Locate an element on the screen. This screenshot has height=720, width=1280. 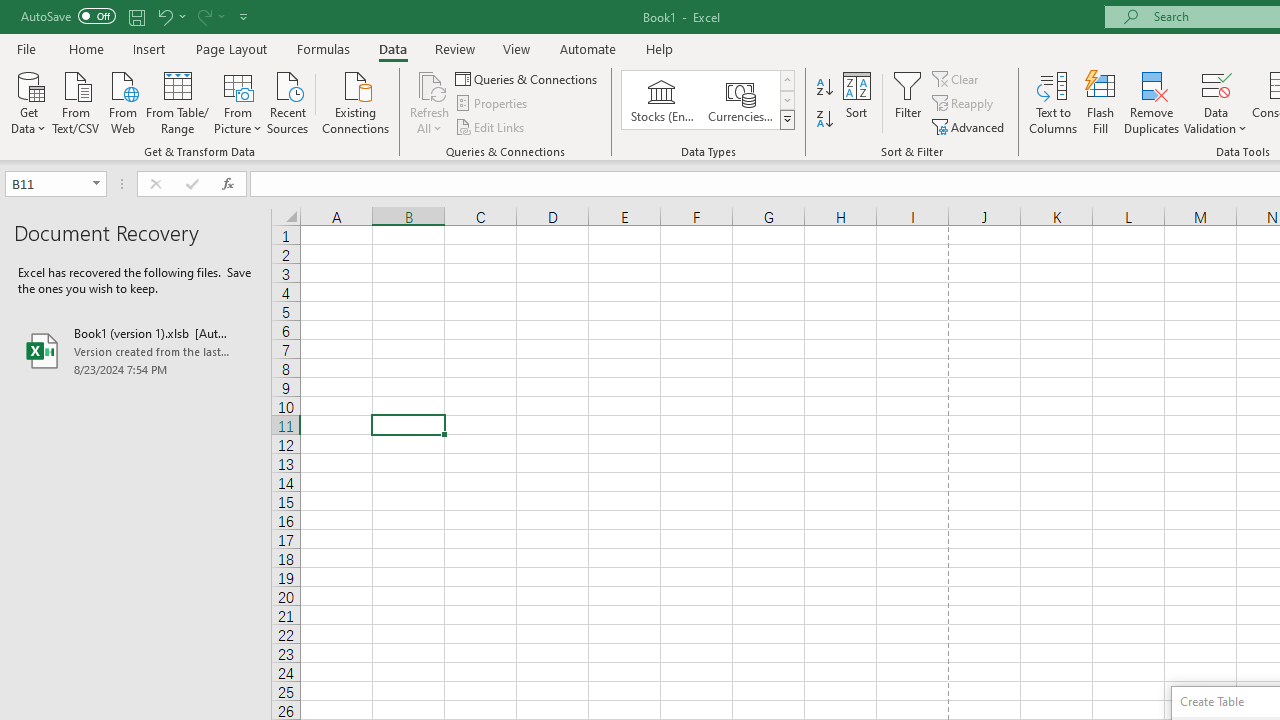
'Filter' is located at coordinates (907, 103).